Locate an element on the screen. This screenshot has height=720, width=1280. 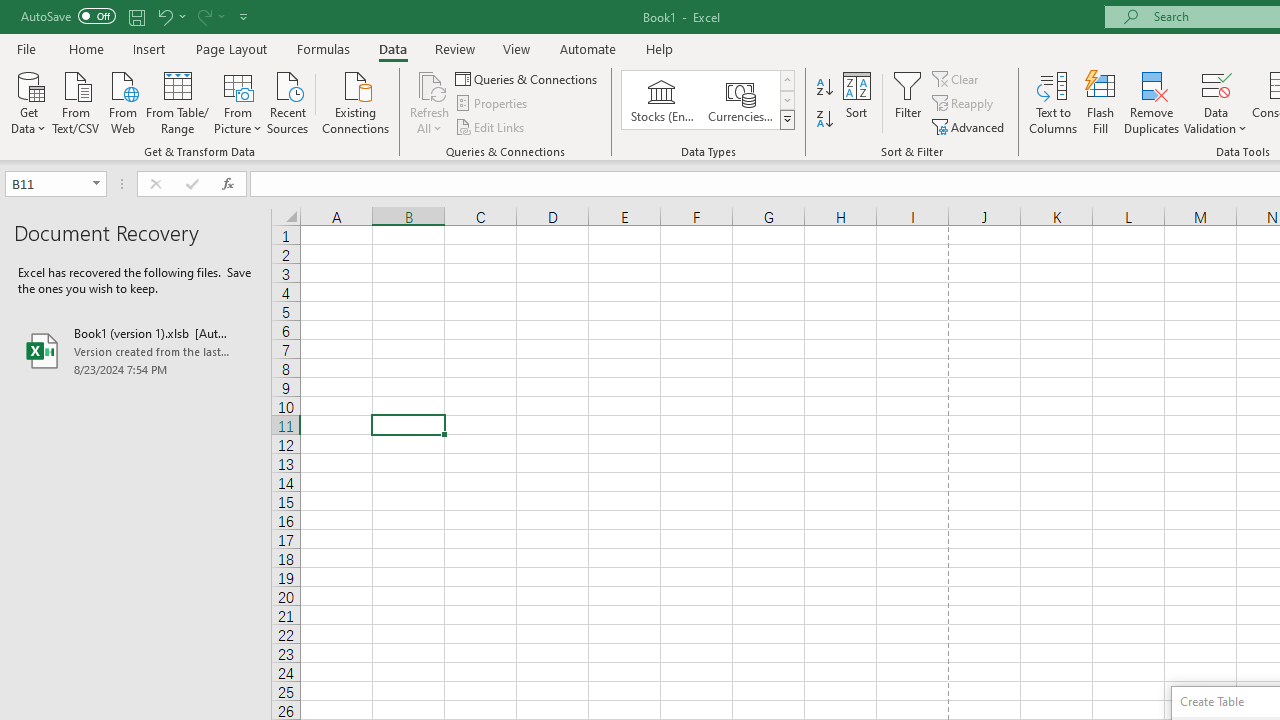
'Filter' is located at coordinates (907, 103).